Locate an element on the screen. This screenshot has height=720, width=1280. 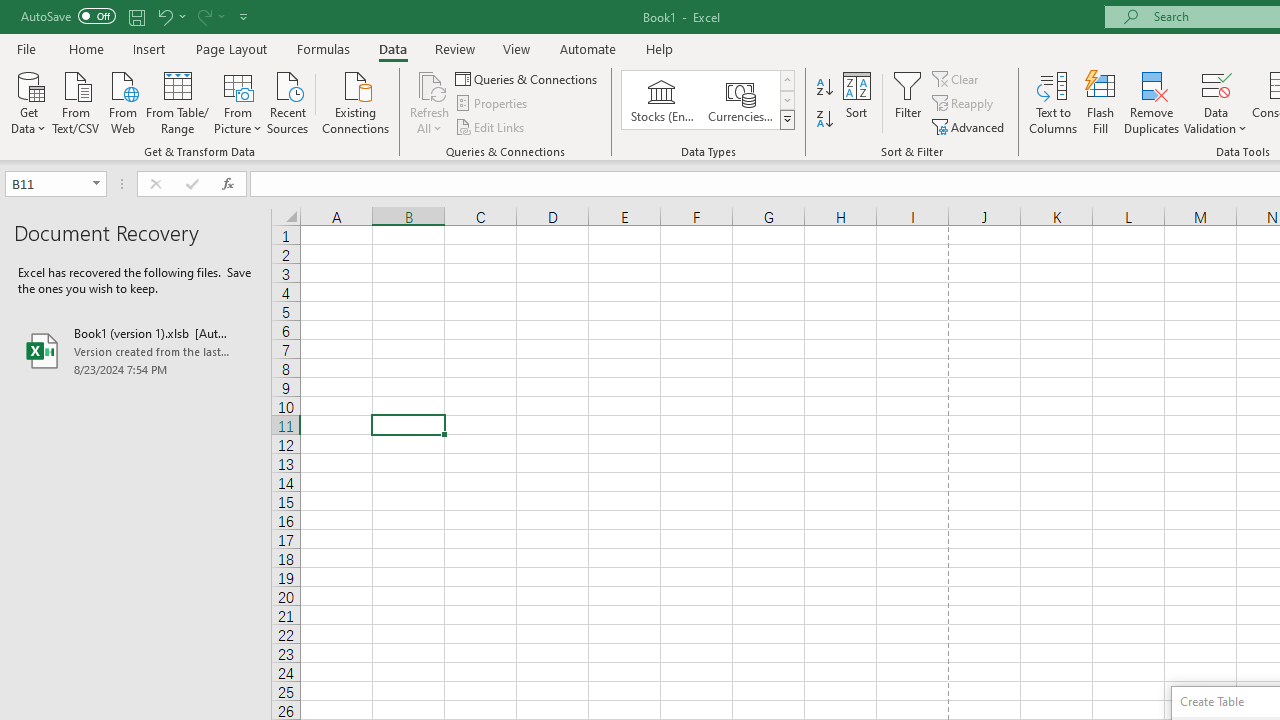
'Filter' is located at coordinates (907, 103).